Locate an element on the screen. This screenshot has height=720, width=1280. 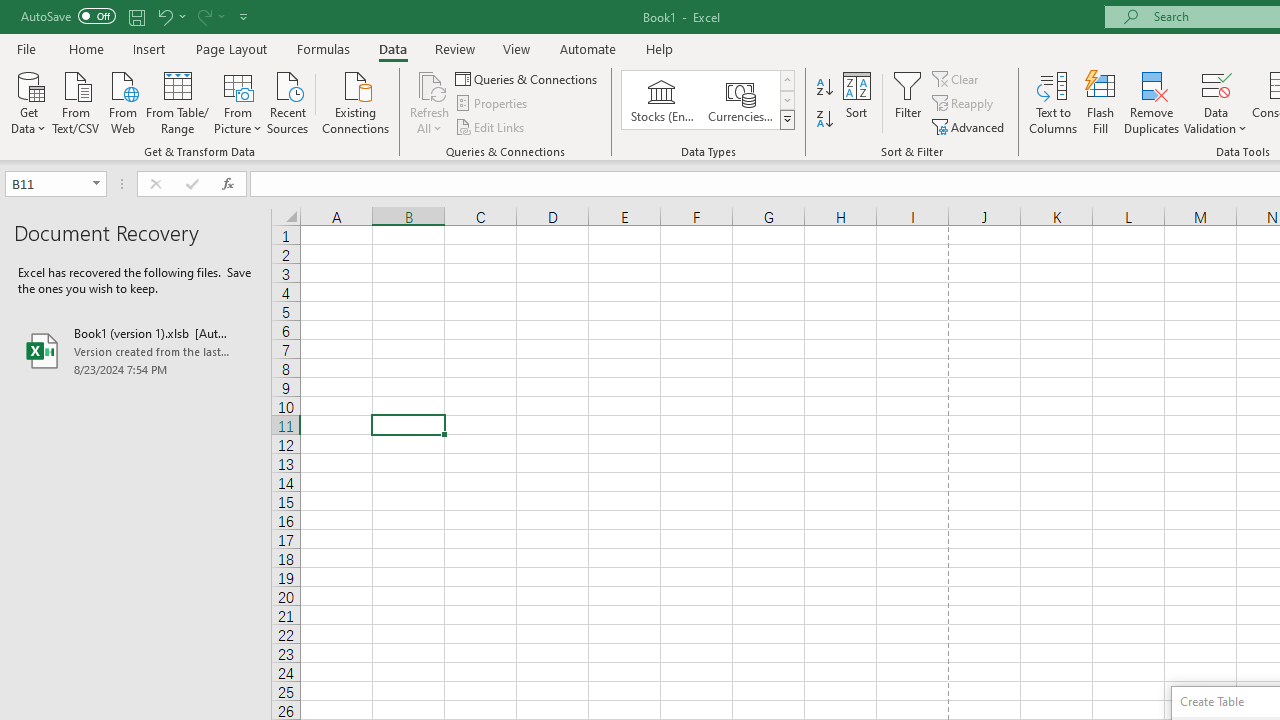
'Filter' is located at coordinates (907, 103).